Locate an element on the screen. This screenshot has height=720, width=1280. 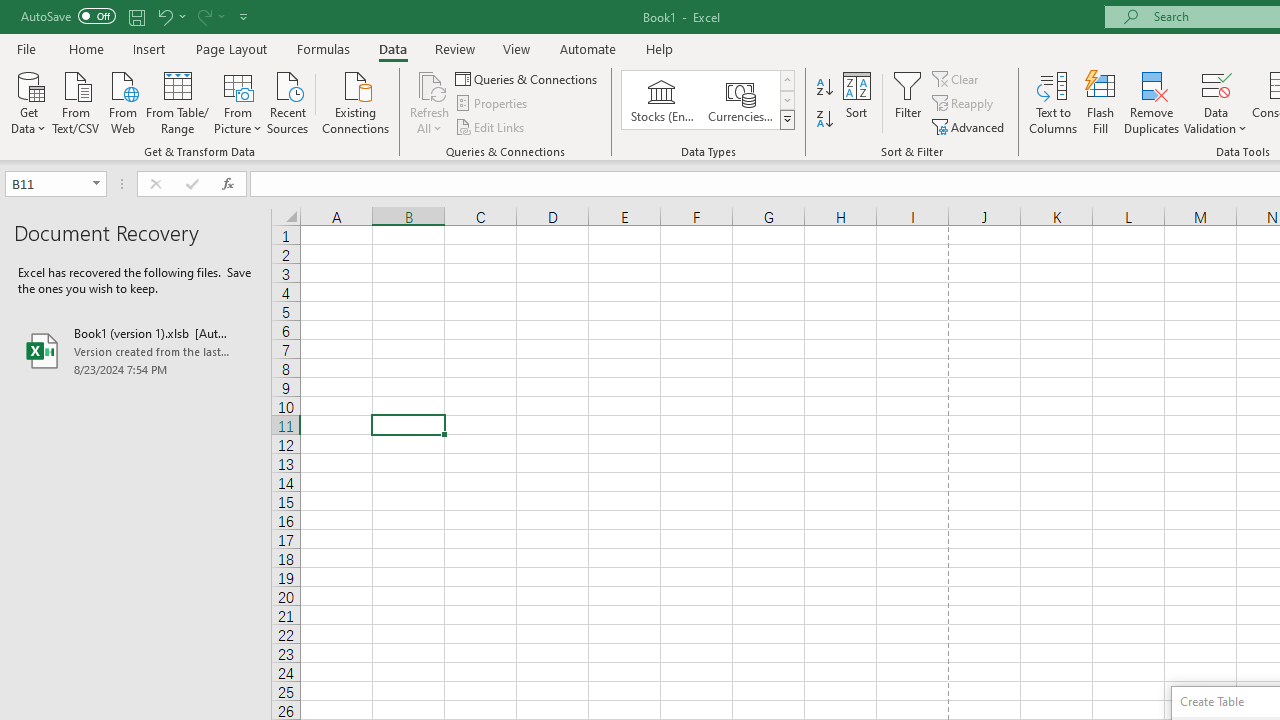
'Filter' is located at coordinates (907, 103).